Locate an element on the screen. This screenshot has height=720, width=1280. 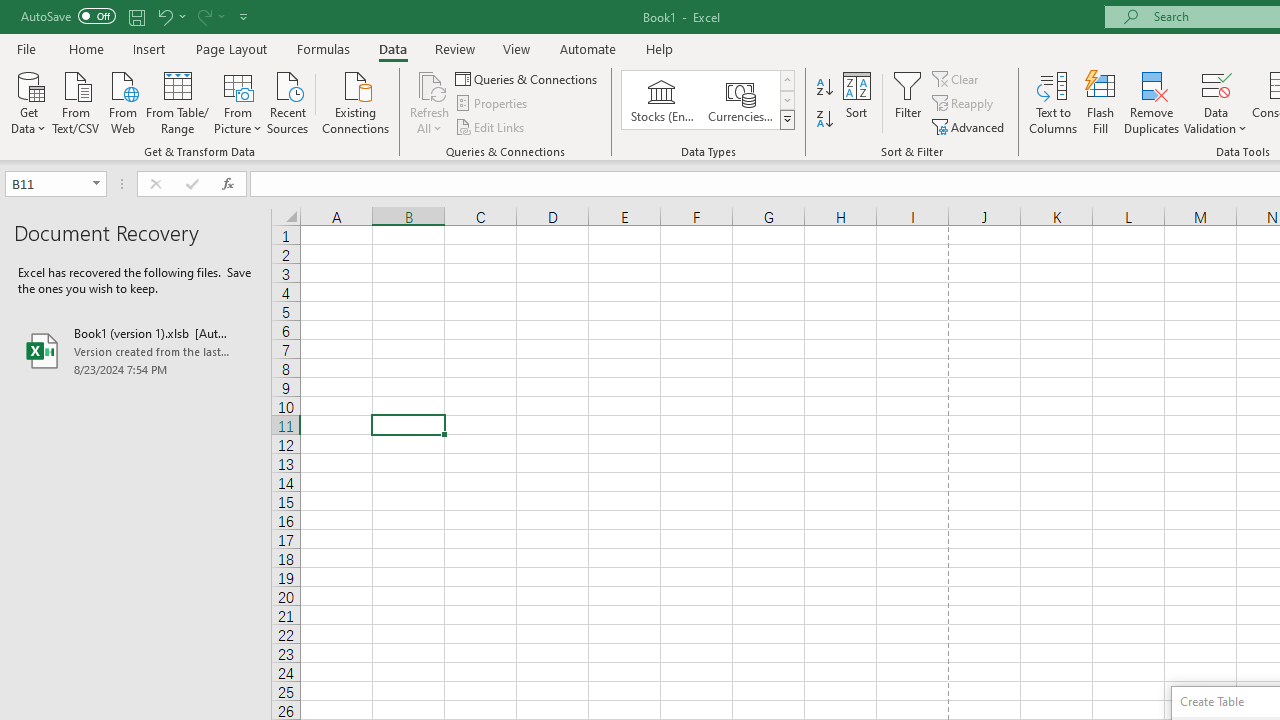
'Filter' is located at coordinates (907, 103).